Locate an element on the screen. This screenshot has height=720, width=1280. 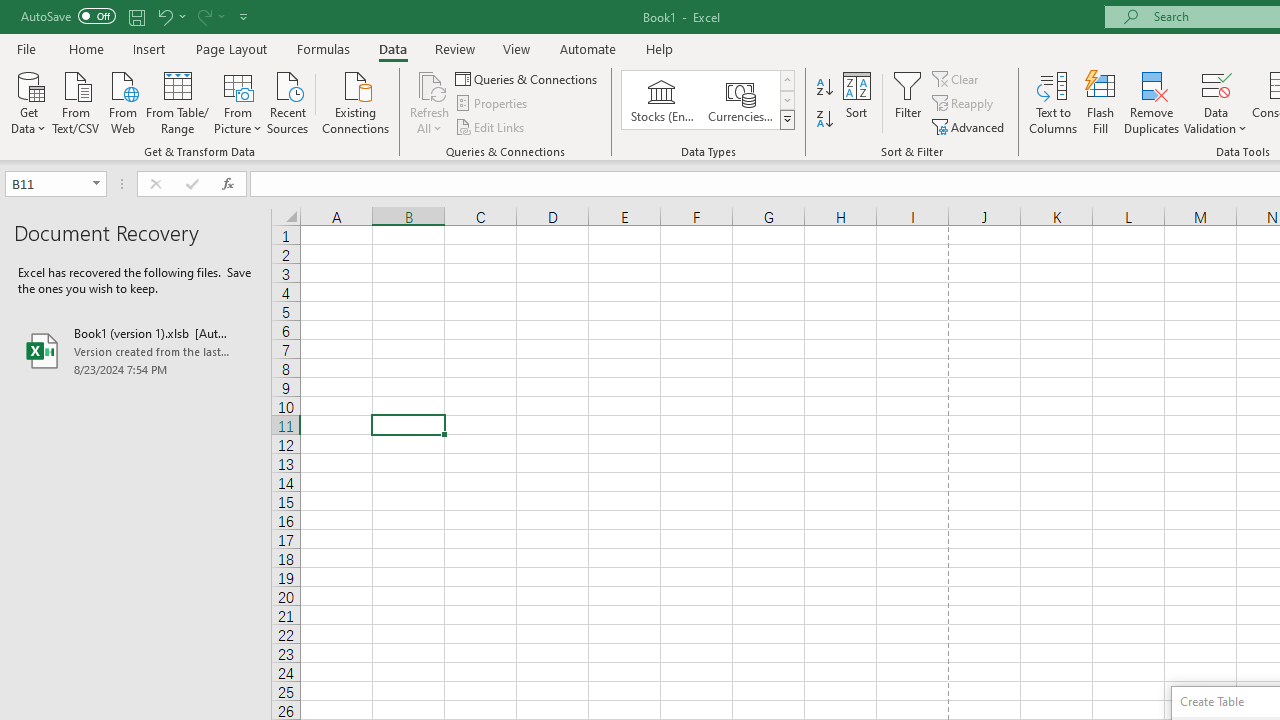
'Filter' is located at coordinates (907, 103).